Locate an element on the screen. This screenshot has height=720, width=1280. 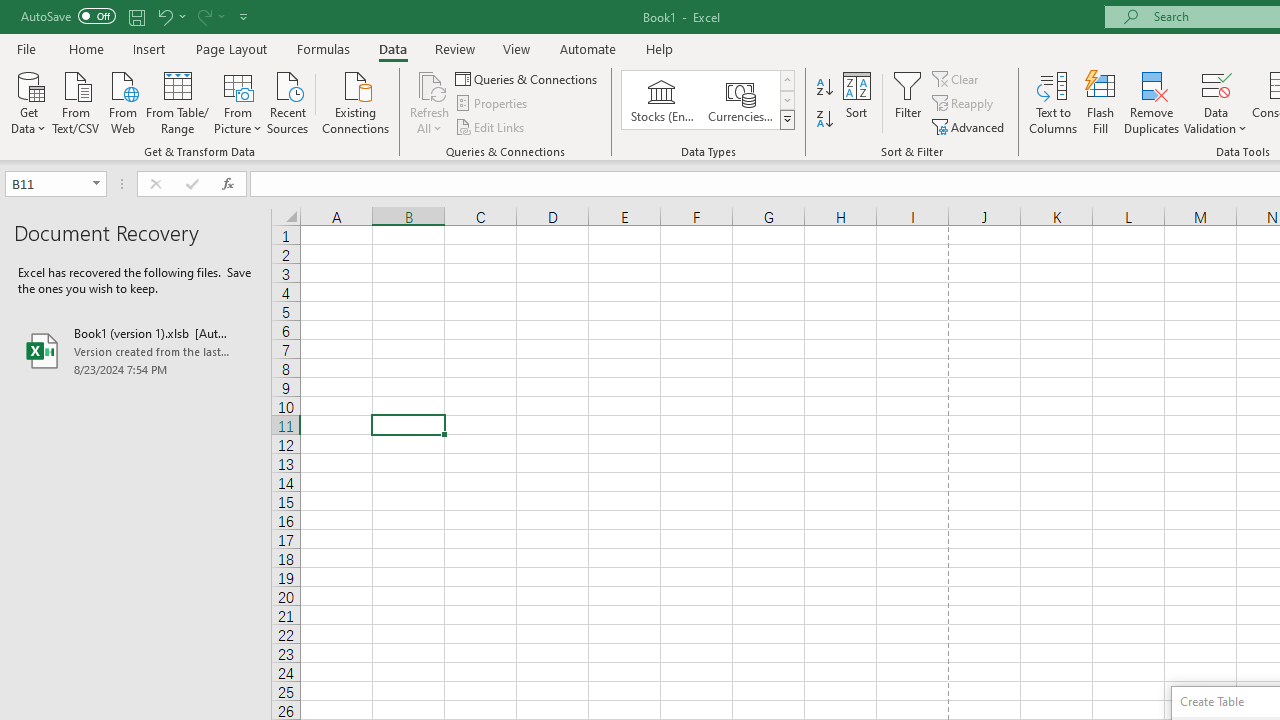
'Filter' is located at coordinates (907, 103).